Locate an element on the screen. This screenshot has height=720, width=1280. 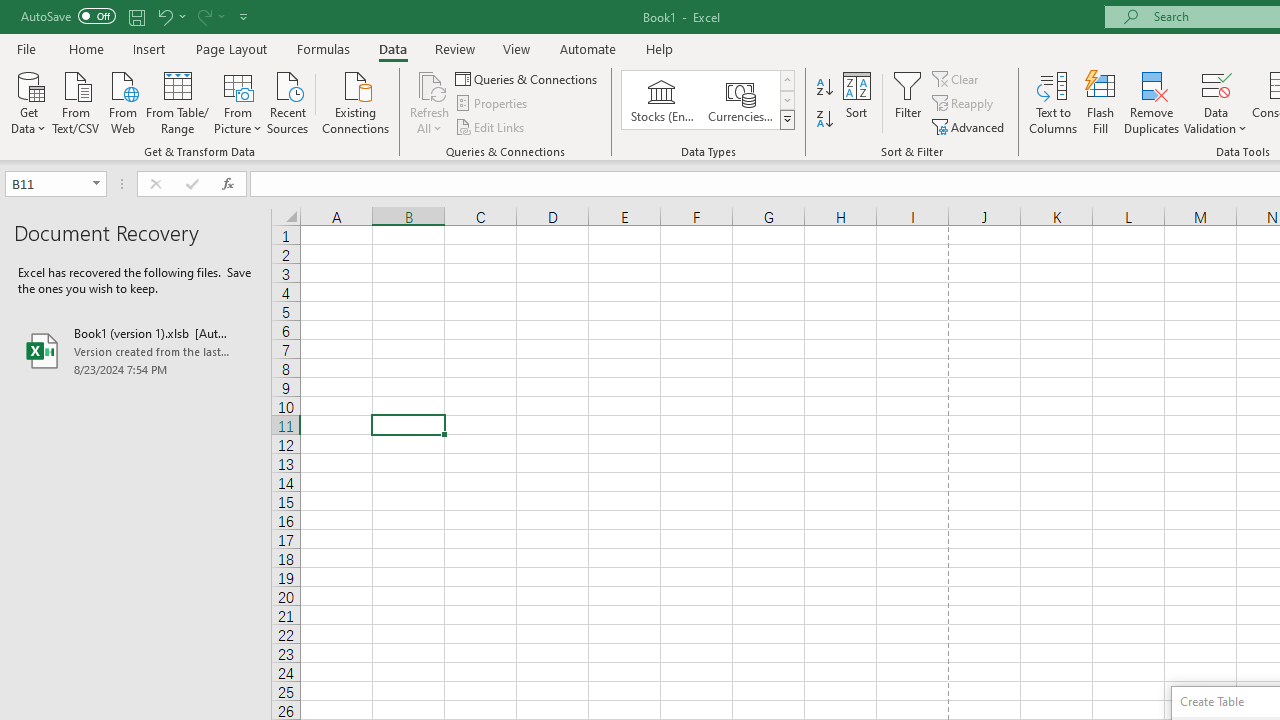
'Filter' is located at coordinates (907, 103).